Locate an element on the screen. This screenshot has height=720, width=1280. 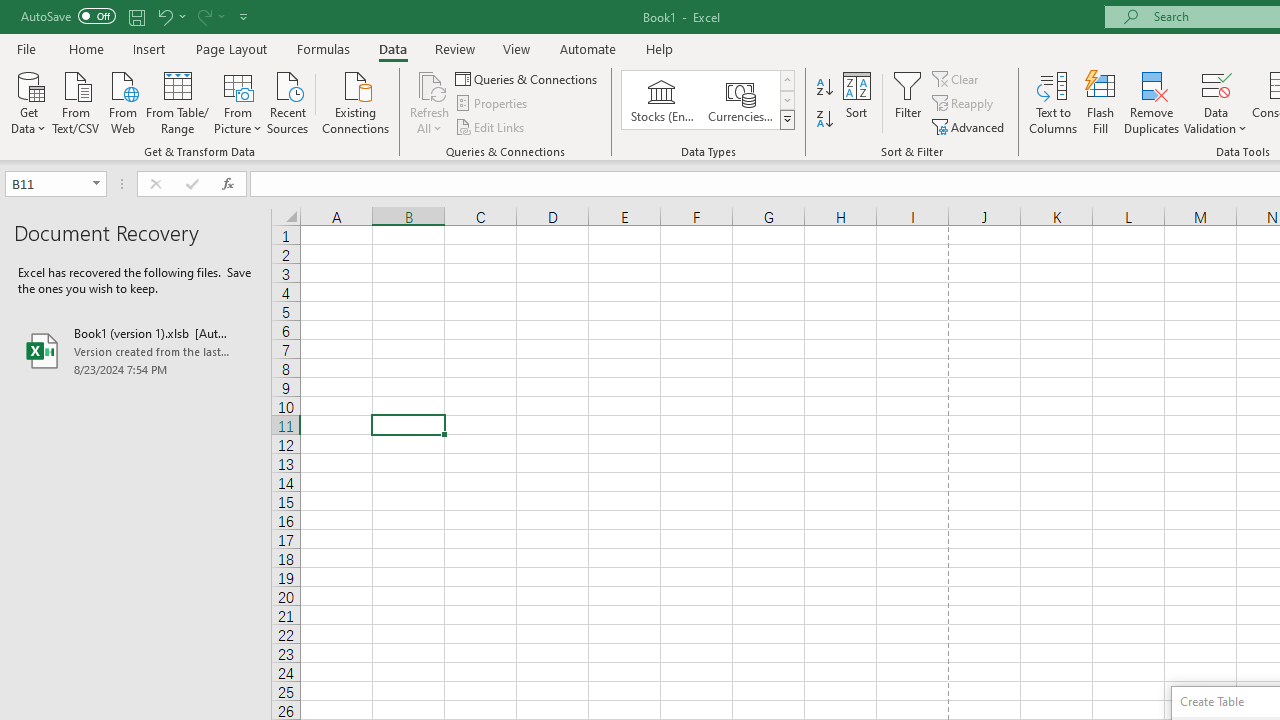
'Filter' is located at coordinates (907, 103).